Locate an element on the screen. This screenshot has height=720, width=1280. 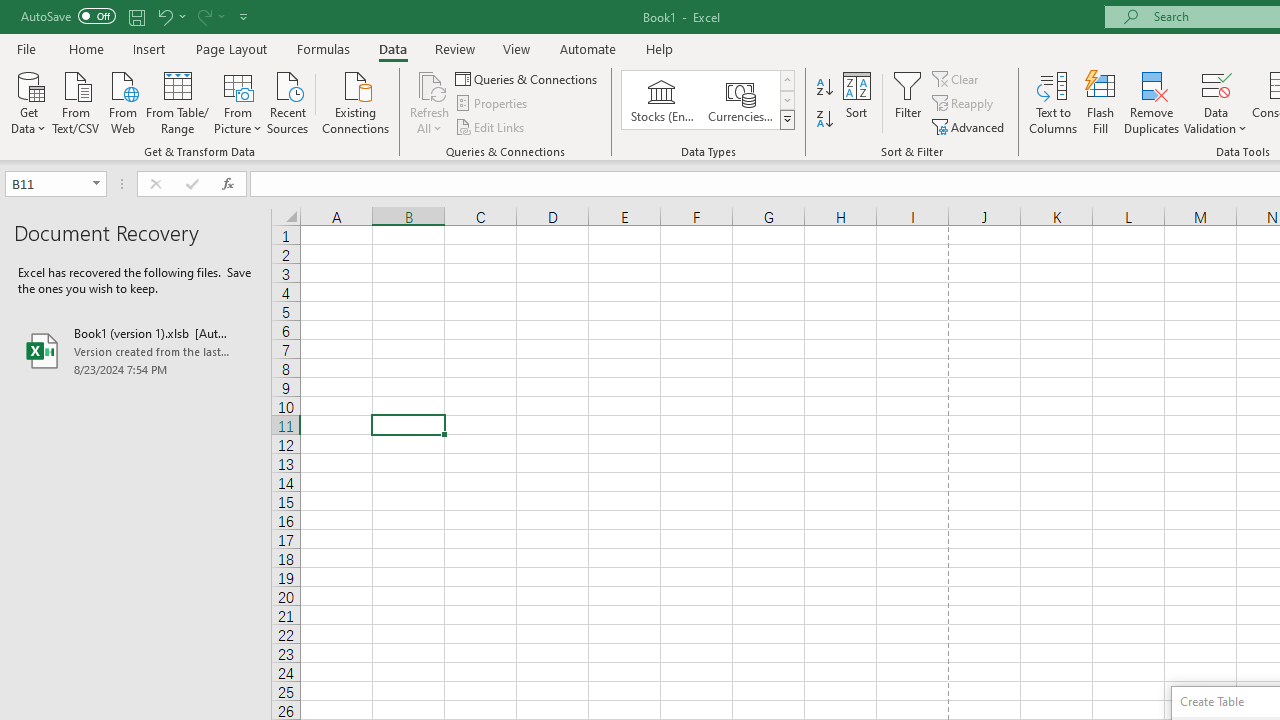
'Filter' is located at coordinates (907, 103).